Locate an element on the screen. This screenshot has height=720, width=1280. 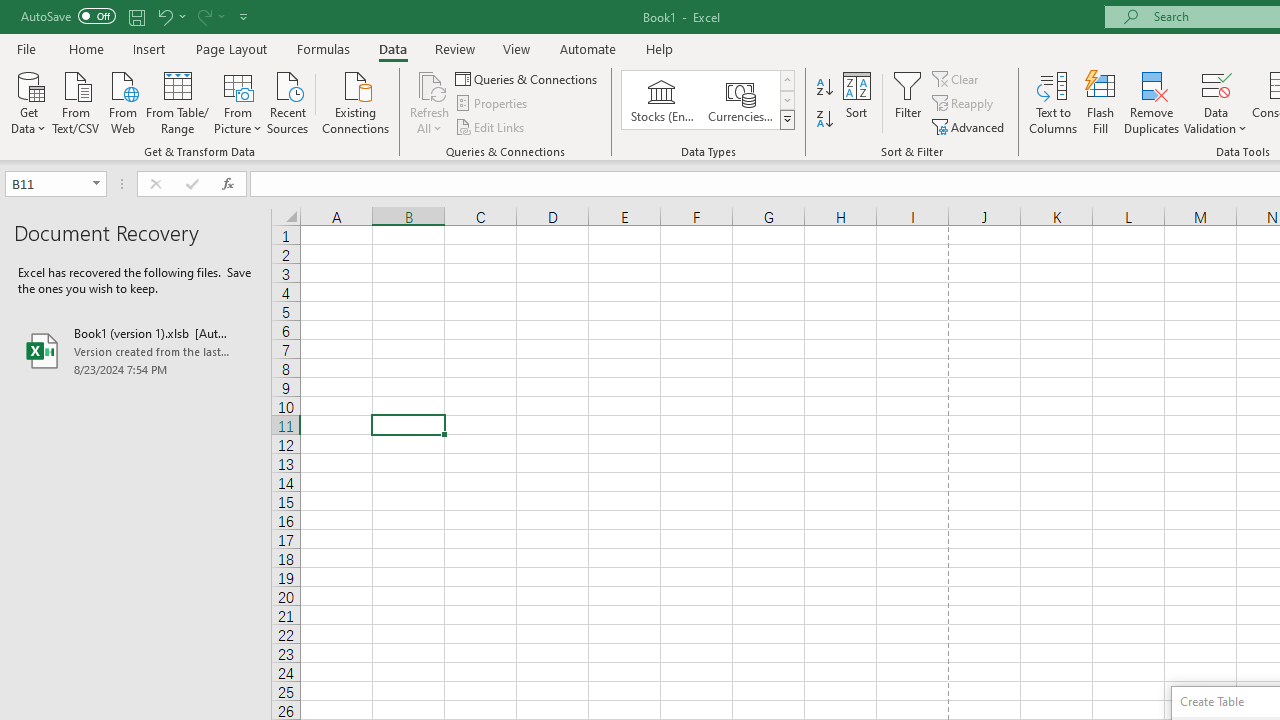
'Filter' is located at coordinates (907, 103).